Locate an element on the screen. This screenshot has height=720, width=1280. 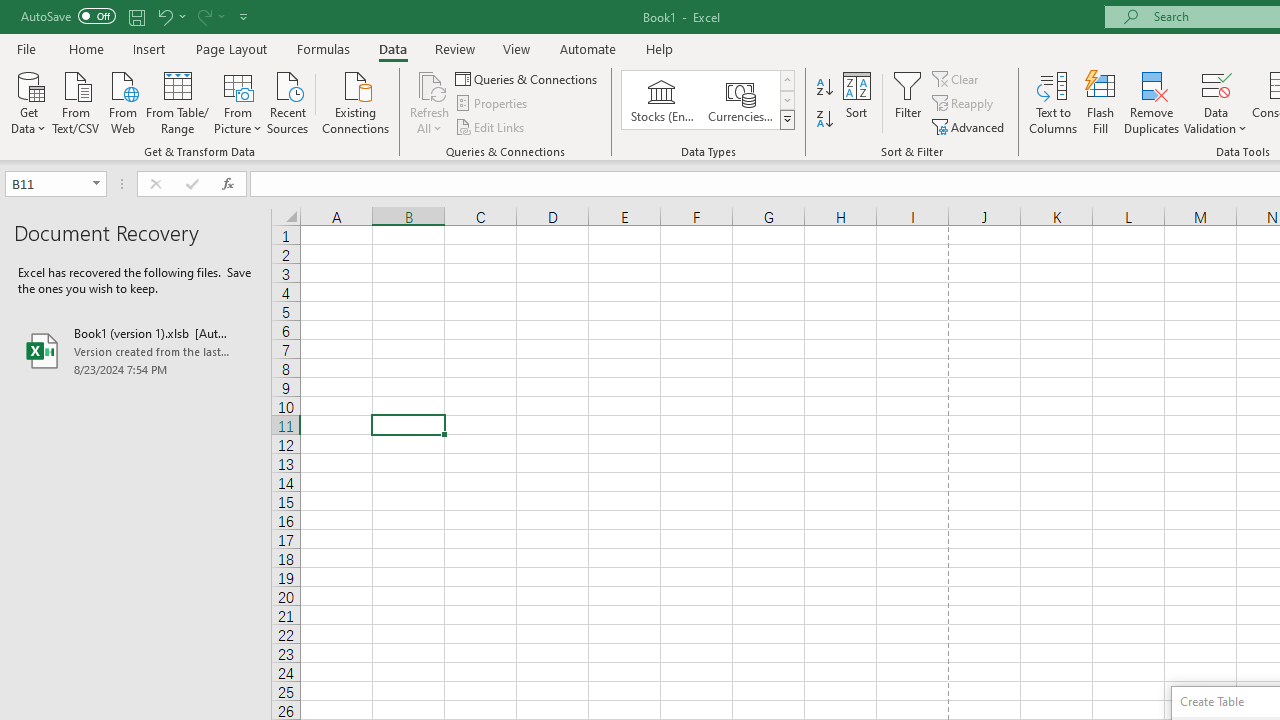
'Filter' is located at coordinates (907, 103).